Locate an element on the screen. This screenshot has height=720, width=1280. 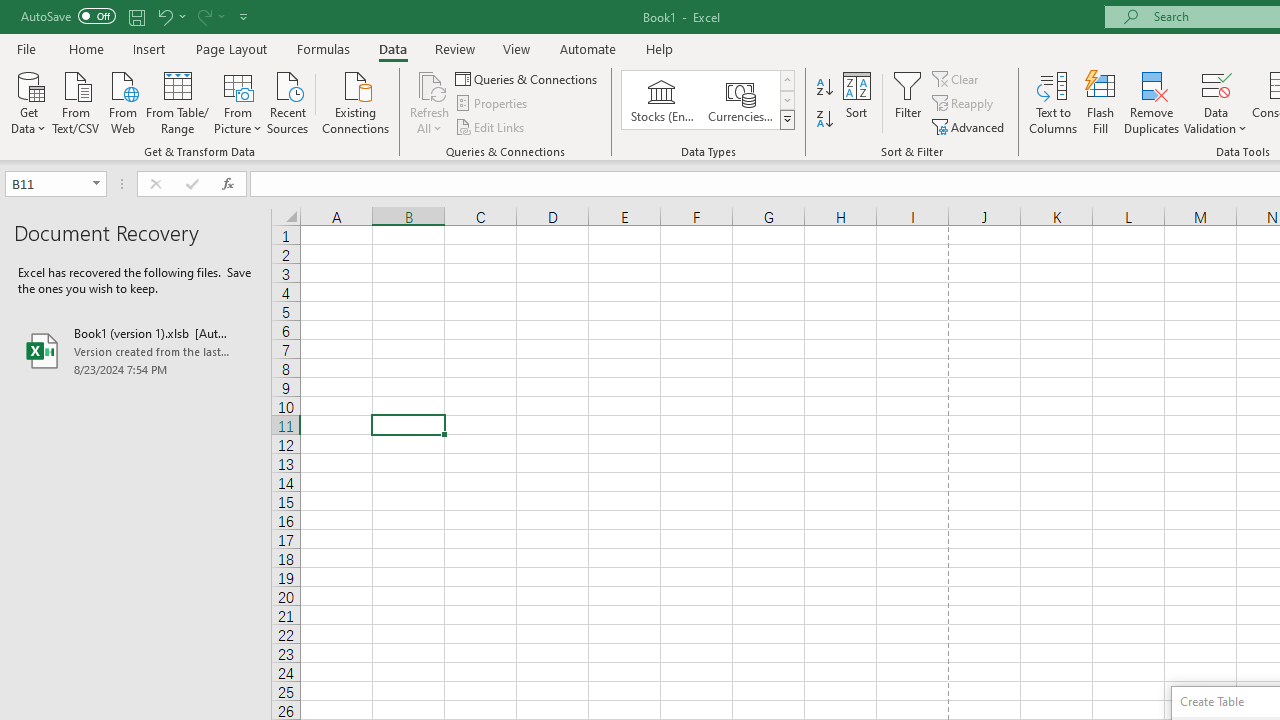
'Filter' is located at coordinates (907, 103).